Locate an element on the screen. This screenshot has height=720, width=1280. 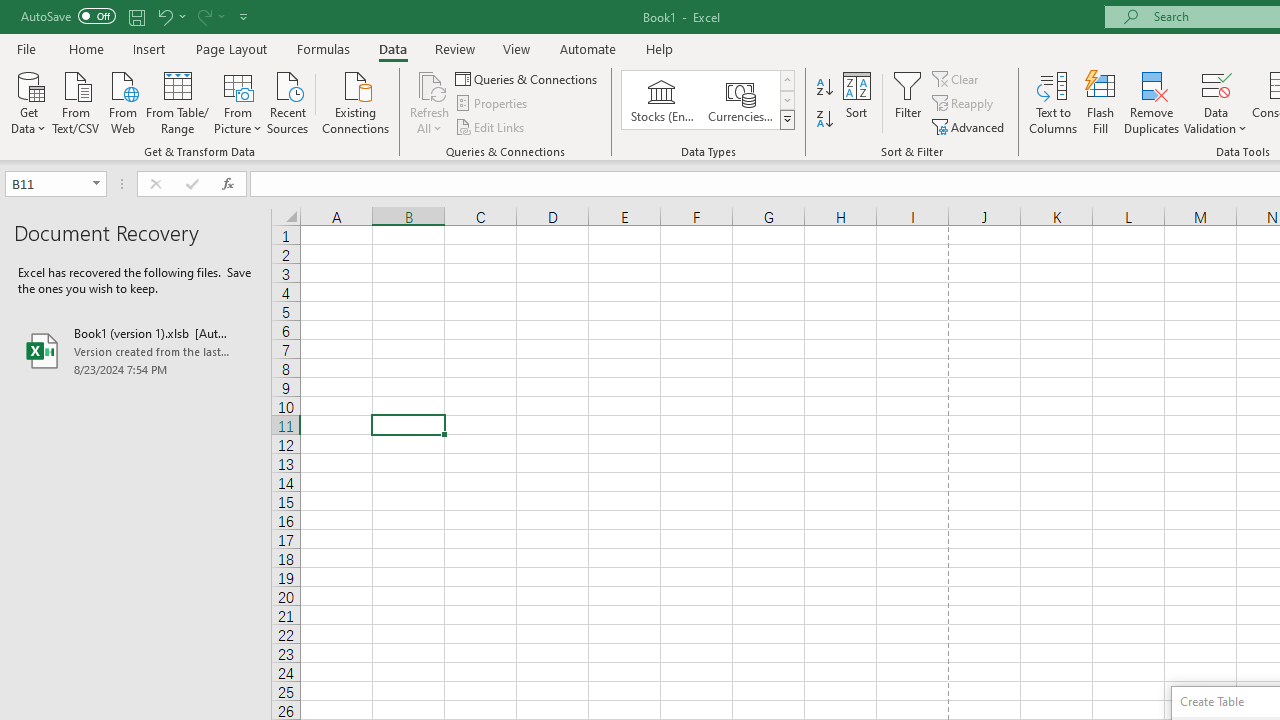
'Filter' is located at coordinates (907, 103).